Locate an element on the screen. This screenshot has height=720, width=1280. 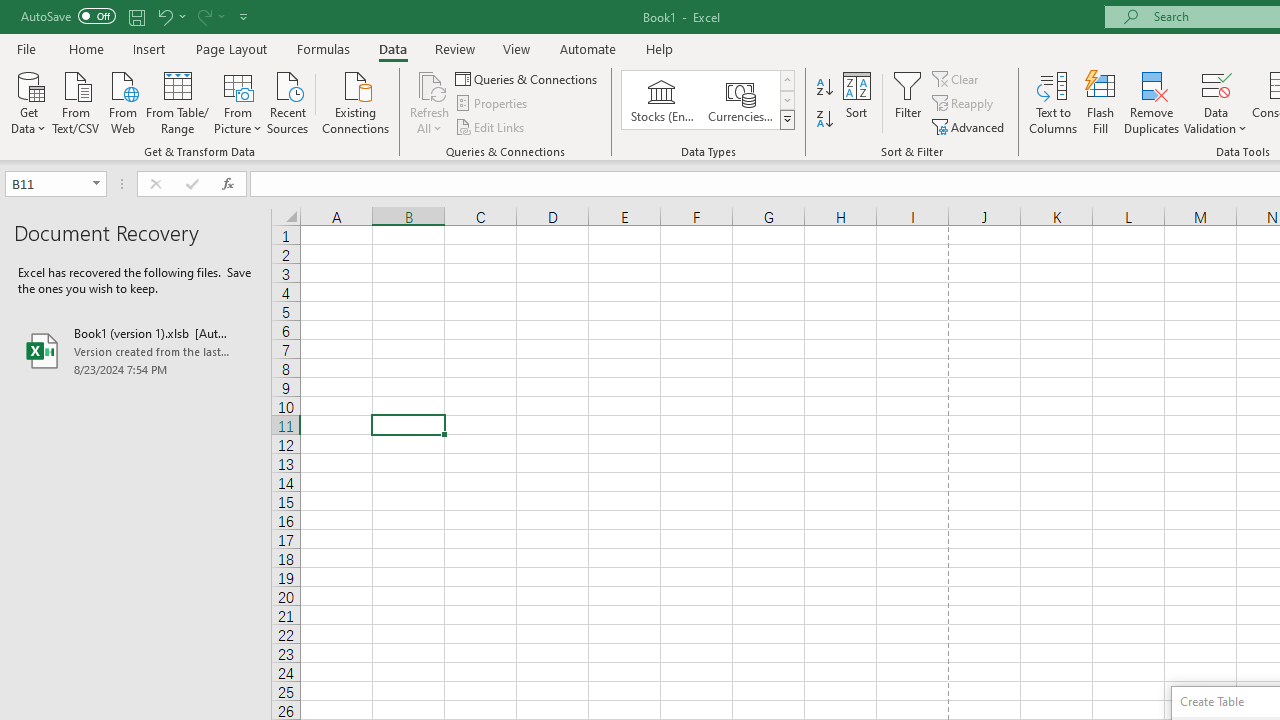
'Filter' is located at coordinates (907, 103).